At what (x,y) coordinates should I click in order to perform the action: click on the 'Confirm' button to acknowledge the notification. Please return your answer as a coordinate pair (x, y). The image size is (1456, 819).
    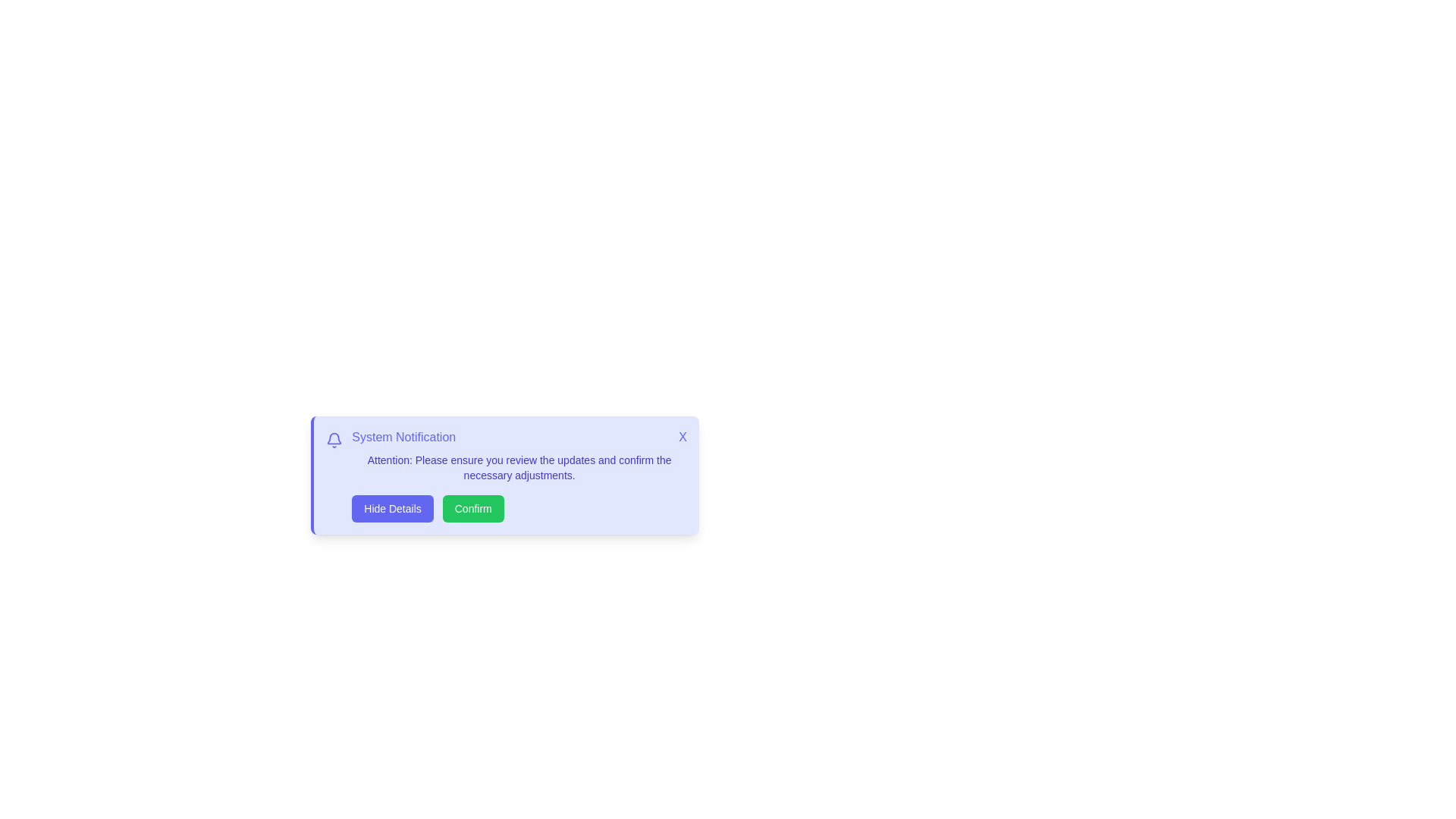
    Looking at the image, I should click on (472, 509).